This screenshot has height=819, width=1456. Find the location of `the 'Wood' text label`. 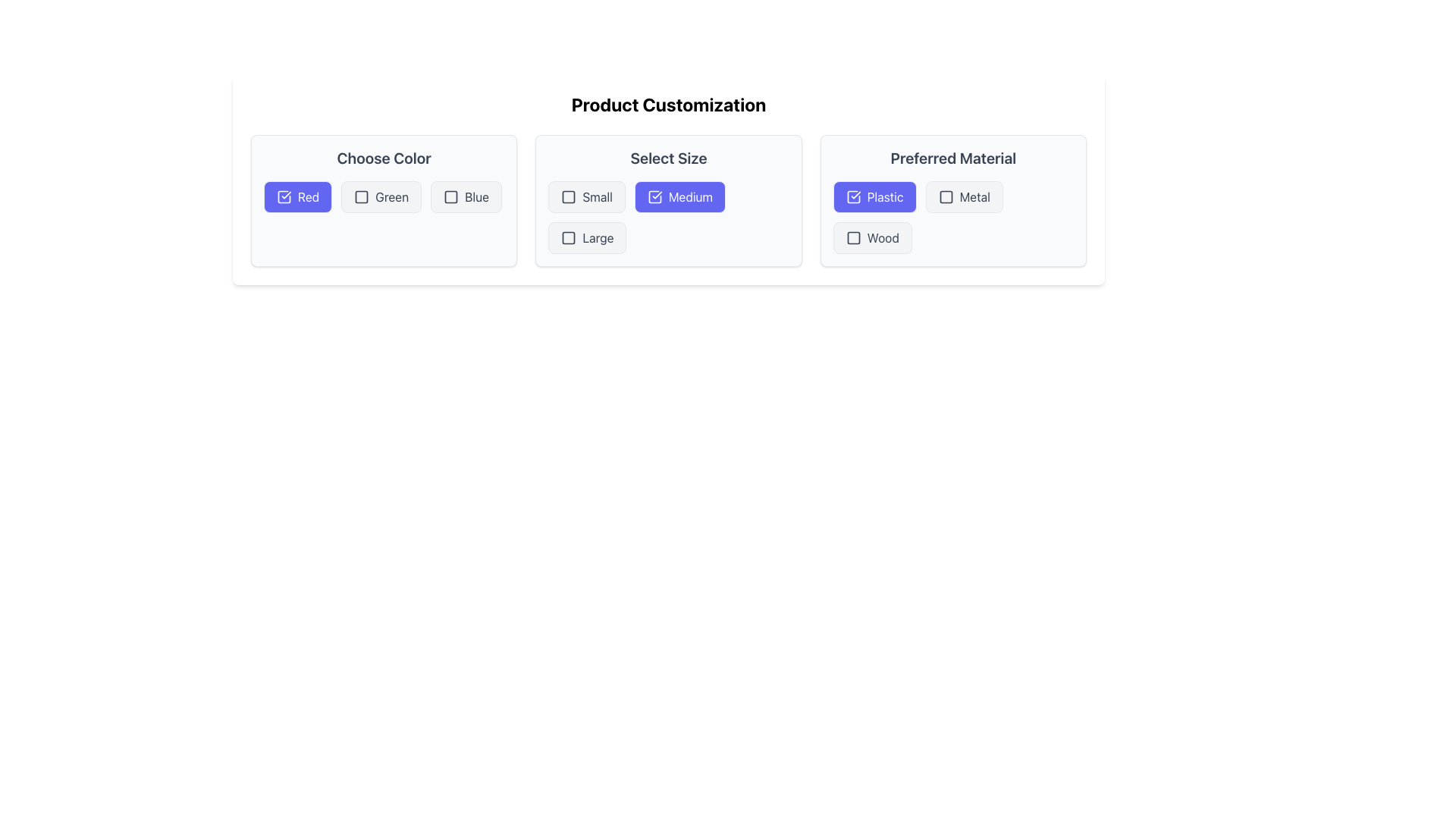

the 'Wood' text label is located at coordinates (883, 237).